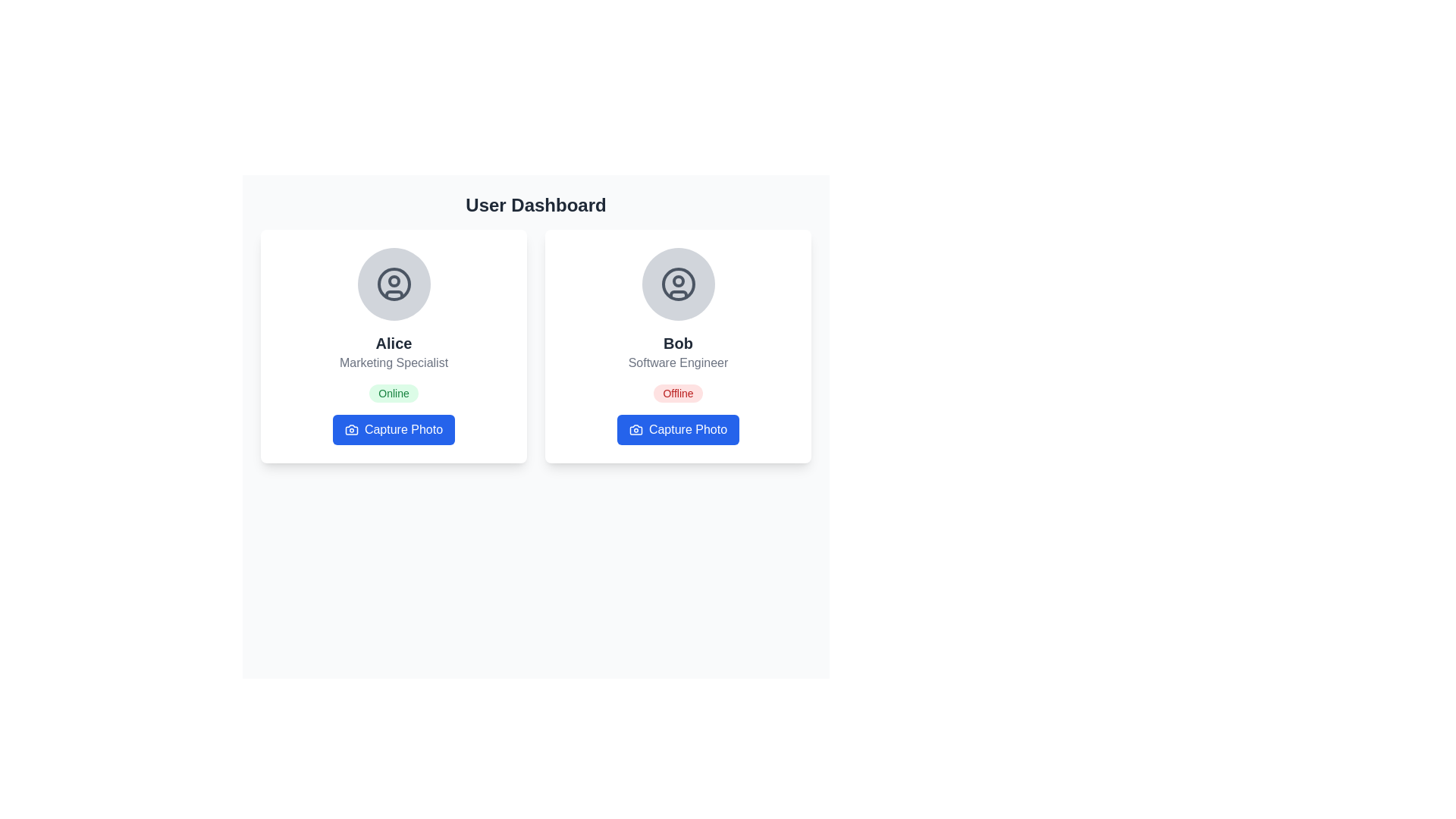 Image resolution: width=1456 pixels, height=819 pixels. What do you see at coordinates (394, 353) in the screenshot?
I see `displayed text from the Text Label element that shows 'Alice' and 'Marketing Specialist' in a card-like structure on the left-hand side of the user dashboard` at bounding box center [394, 353].